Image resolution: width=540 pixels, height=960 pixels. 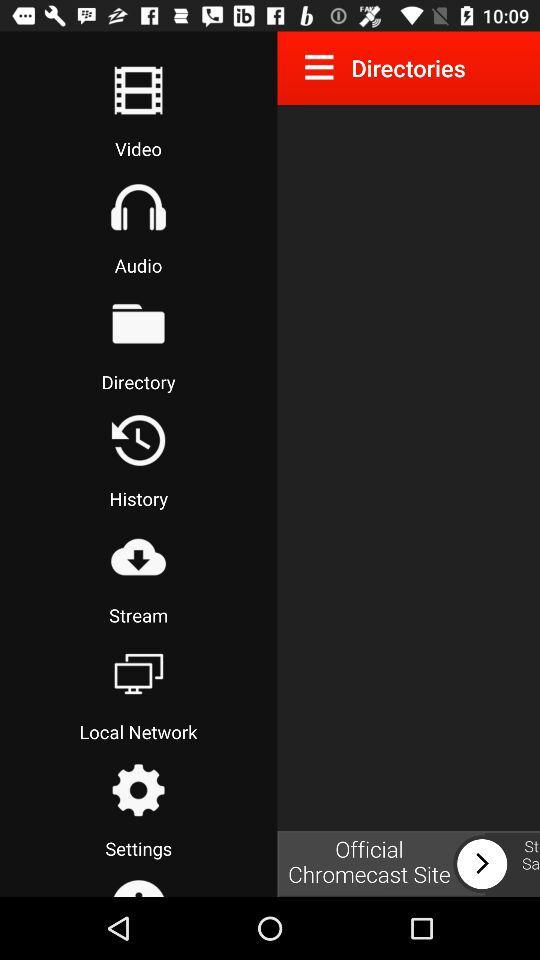 I want to click on the settings icon, so click(x=137, y=790).